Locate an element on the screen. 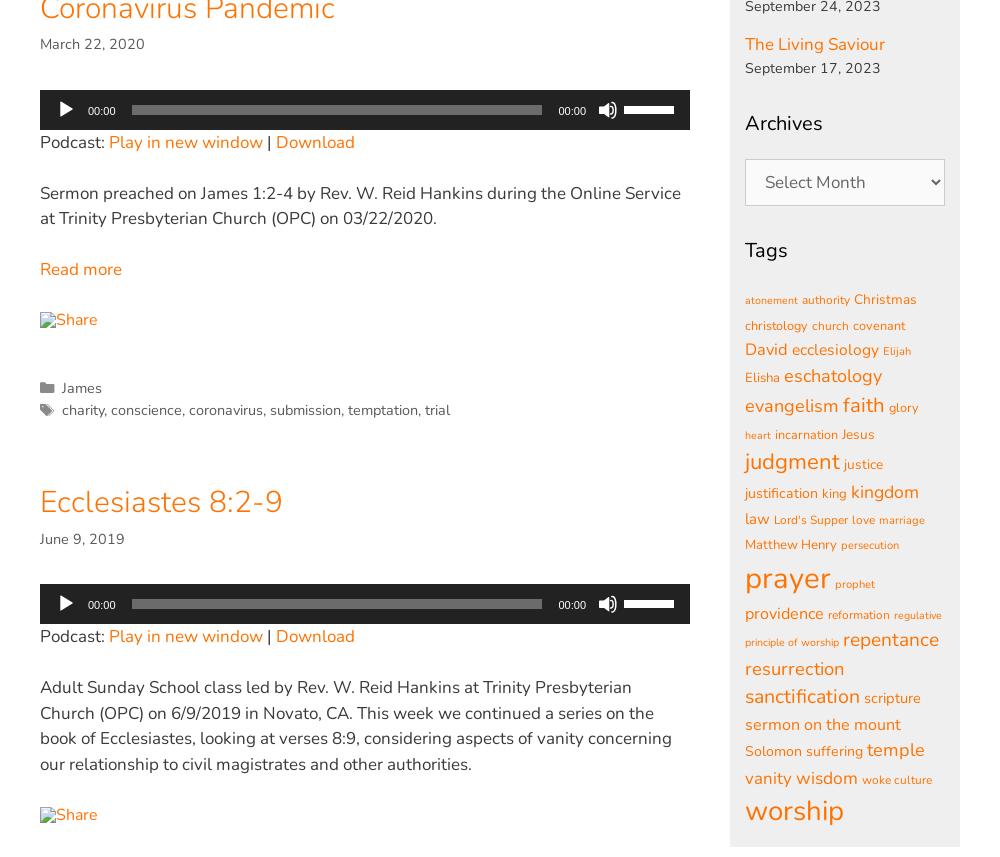  'faith' is located at coordinates (863, 403).